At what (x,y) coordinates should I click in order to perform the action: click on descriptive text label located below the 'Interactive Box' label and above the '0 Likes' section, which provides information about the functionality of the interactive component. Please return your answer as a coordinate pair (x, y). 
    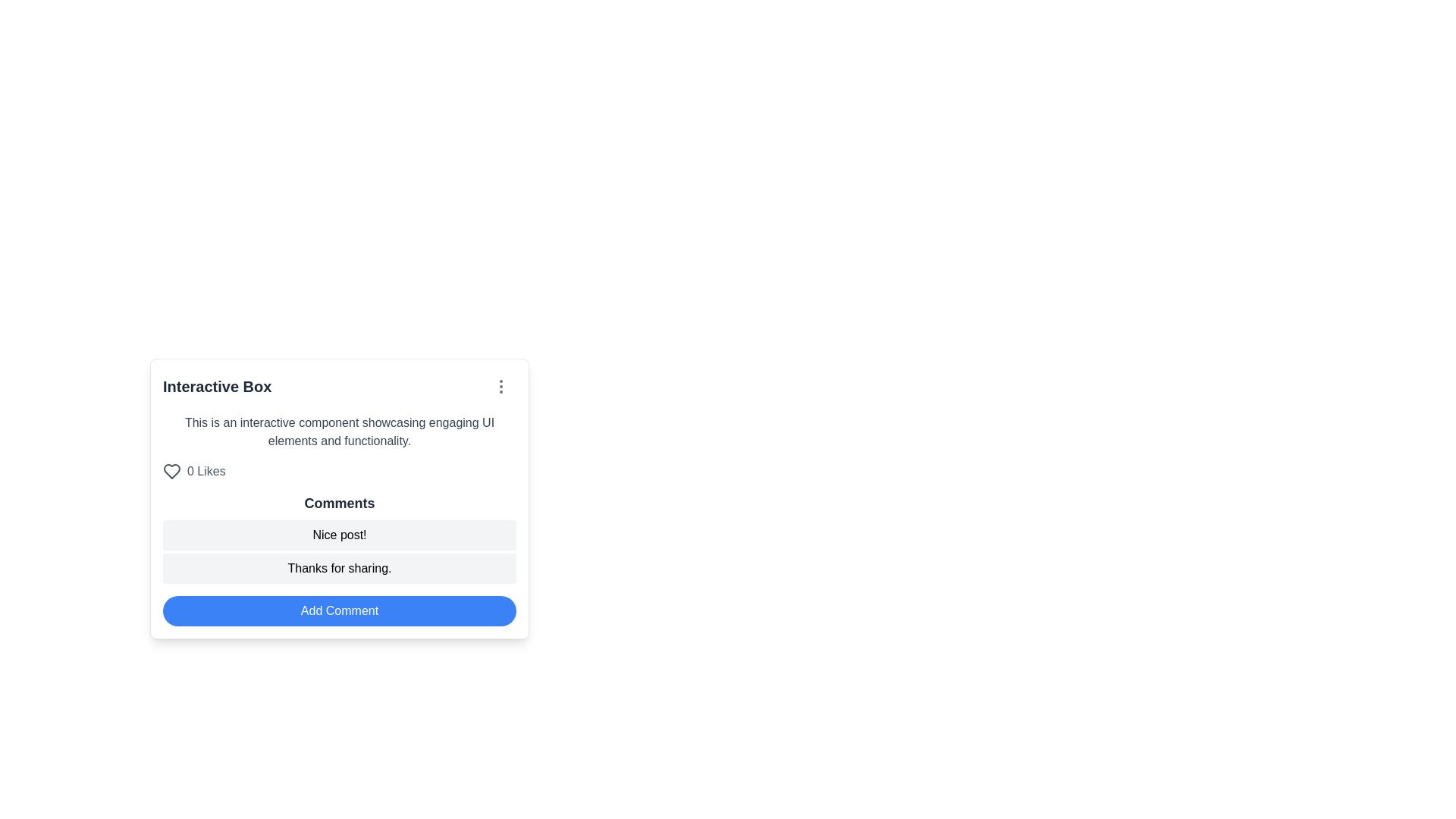
    Looking at the image, I should click on (338, 432).